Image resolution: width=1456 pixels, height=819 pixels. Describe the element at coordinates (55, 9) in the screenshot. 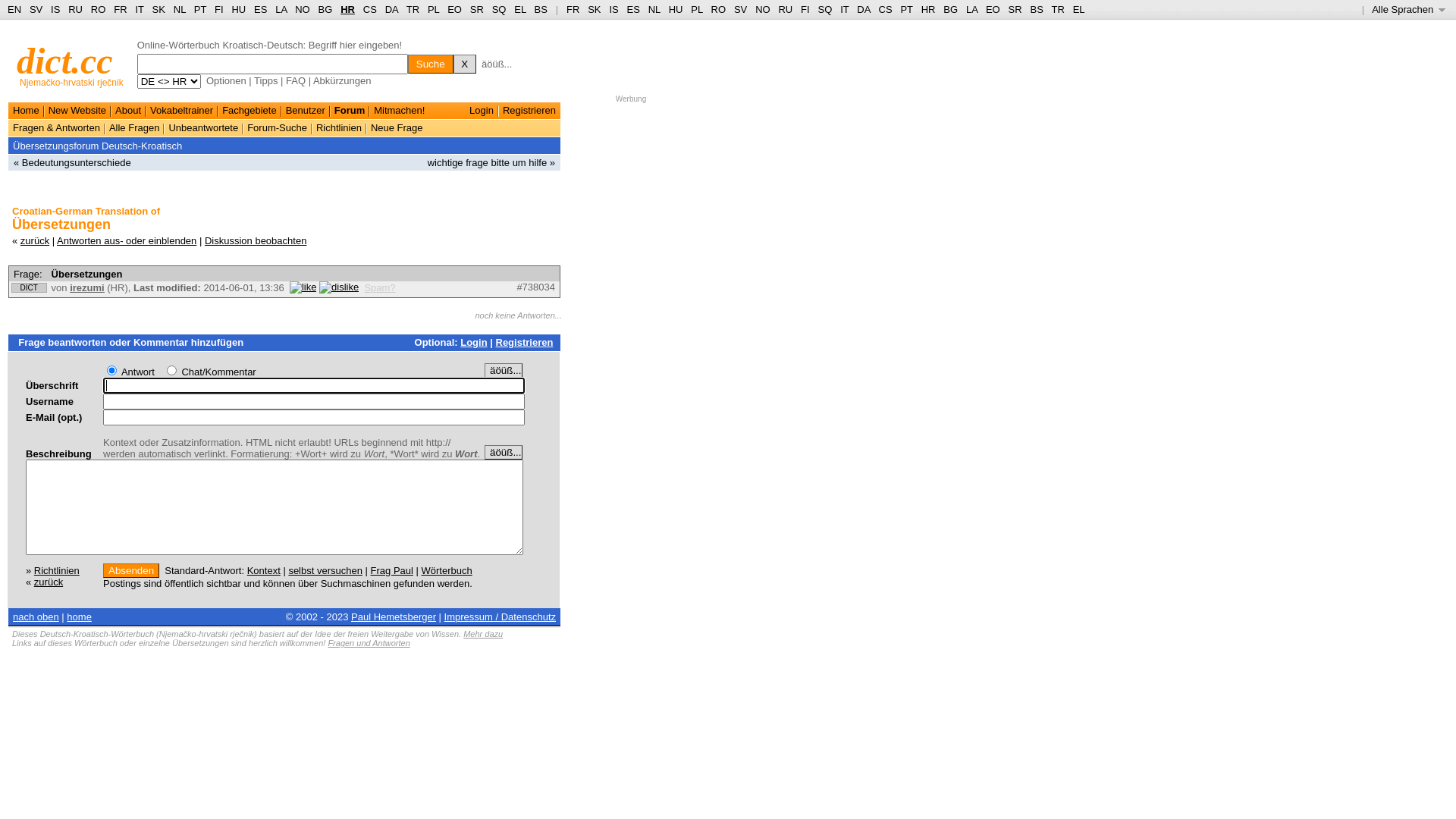

I see `'IS'` at that location.